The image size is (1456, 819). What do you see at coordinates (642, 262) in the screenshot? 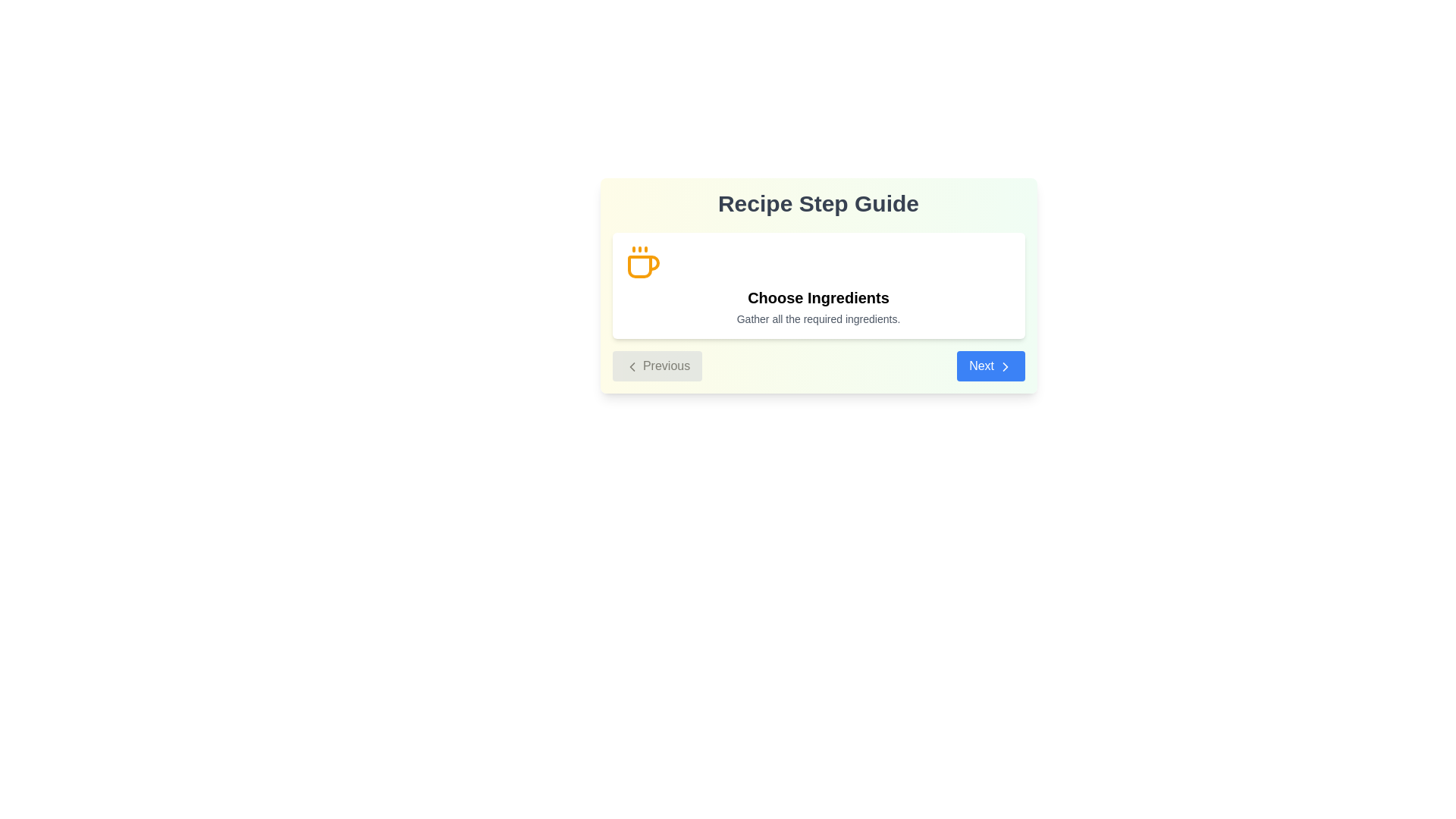
I see `the vibrant amber coffee cup icon located to the left of the text 'Choose Ingredients' in the card component` at bounding box center [642, 262].